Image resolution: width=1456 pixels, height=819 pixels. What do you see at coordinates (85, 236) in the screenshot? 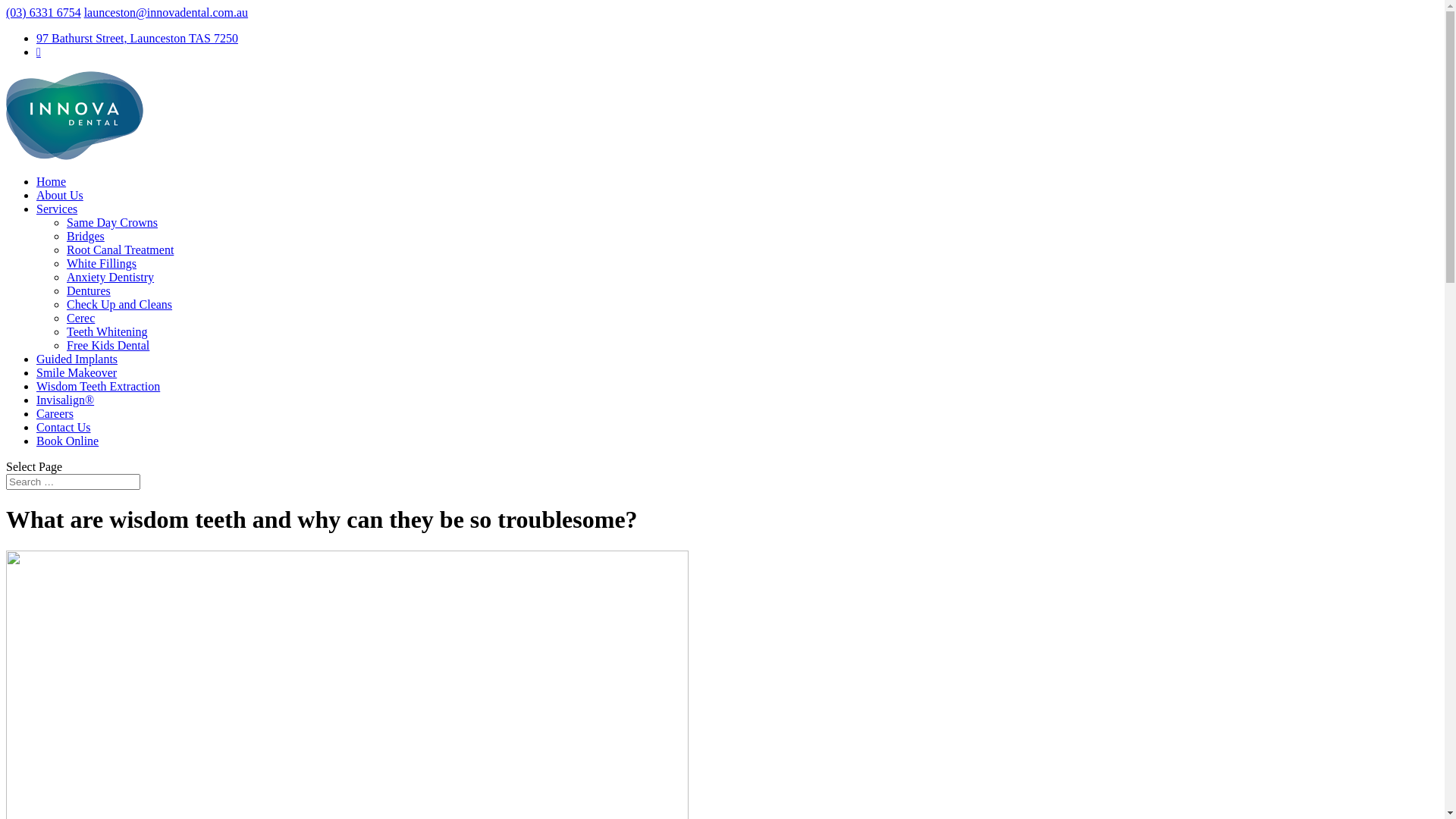
I see `'Bridges'` at bounding box center [85, 236].